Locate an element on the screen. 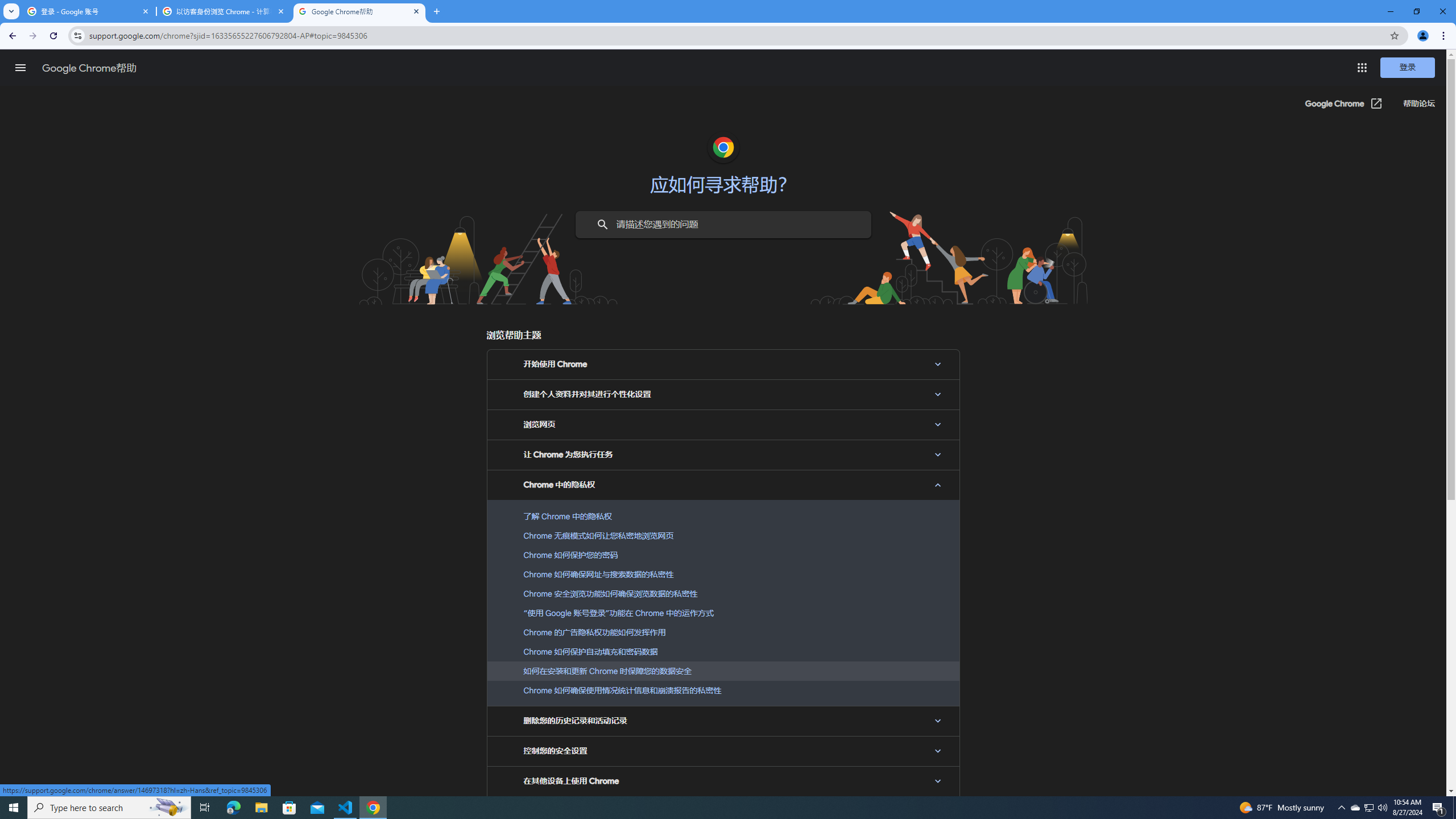 The image size is (1456, 819). 'Close' is located at coordinates (415, 11).